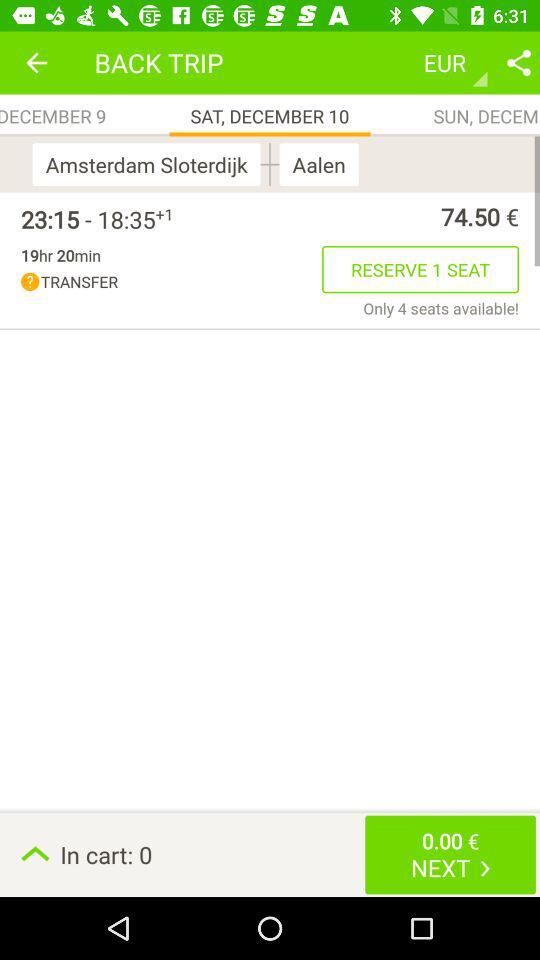 The width and height of the screenshot is (540, 960). What do you see at coordinates (419, 268) in the screenshot?
I see `item next to transfer` at bounding box center [419, 268].